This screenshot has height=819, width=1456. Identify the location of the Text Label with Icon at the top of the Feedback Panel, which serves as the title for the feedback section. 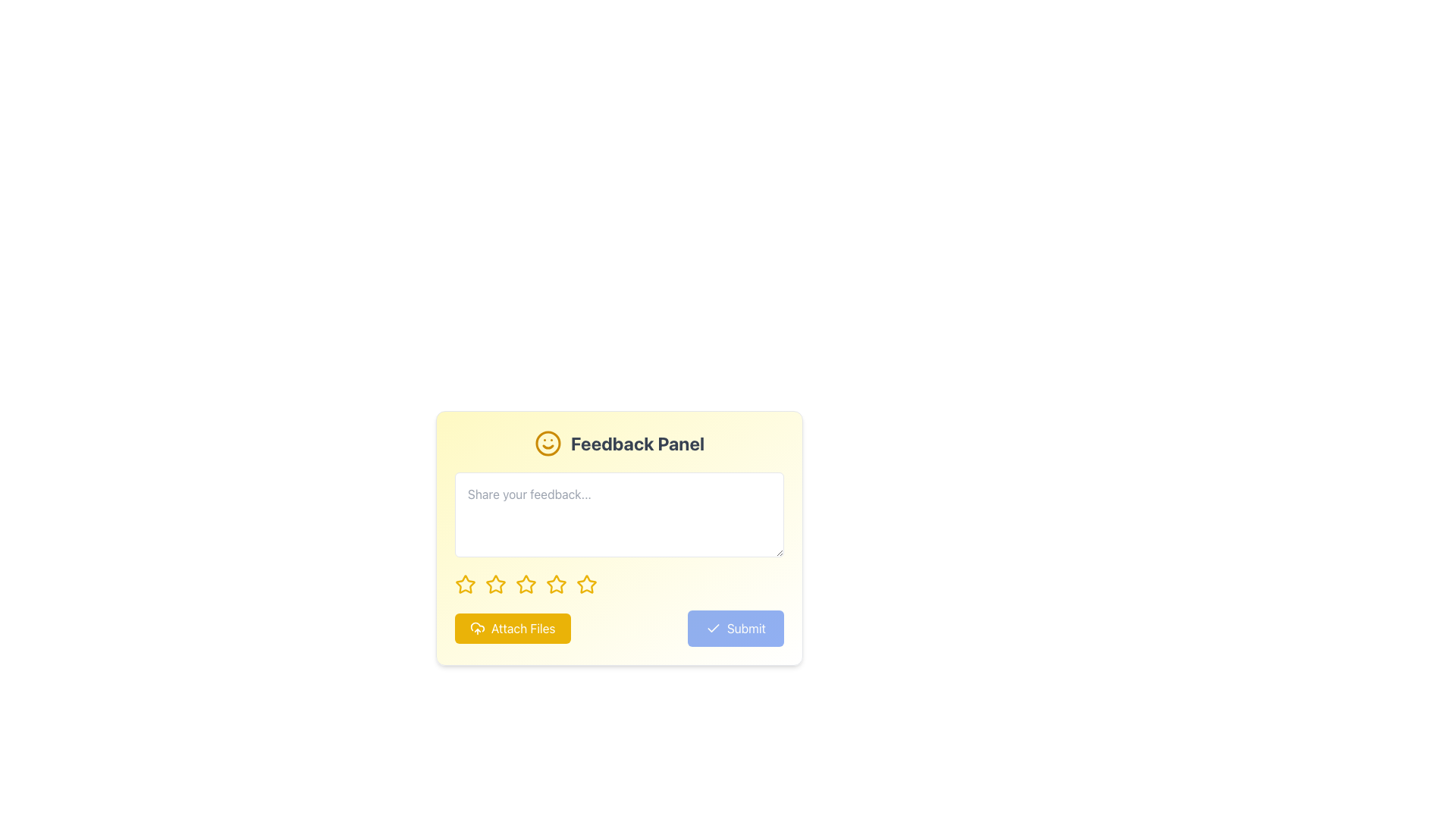
(619, 444).